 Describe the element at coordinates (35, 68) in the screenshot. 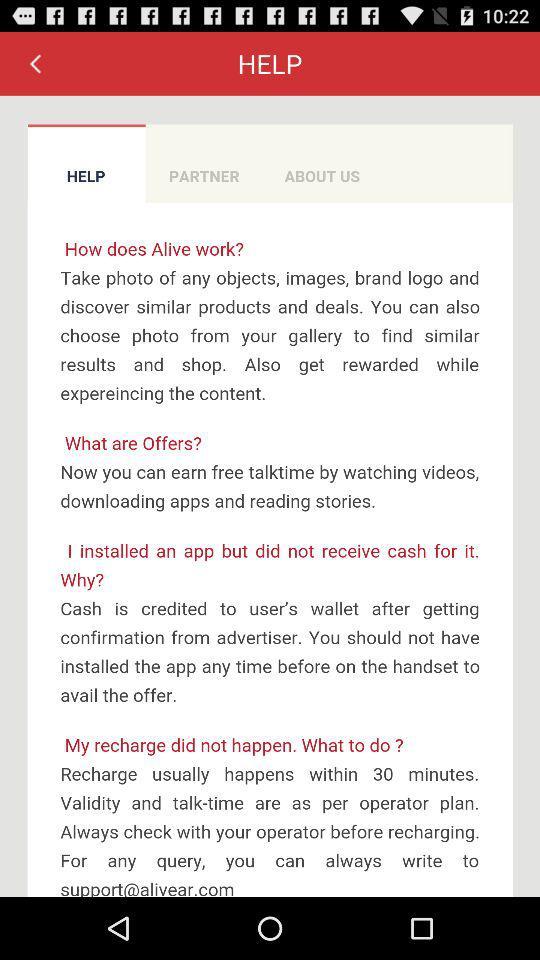

I see `the arrow_backward icon` at that location.